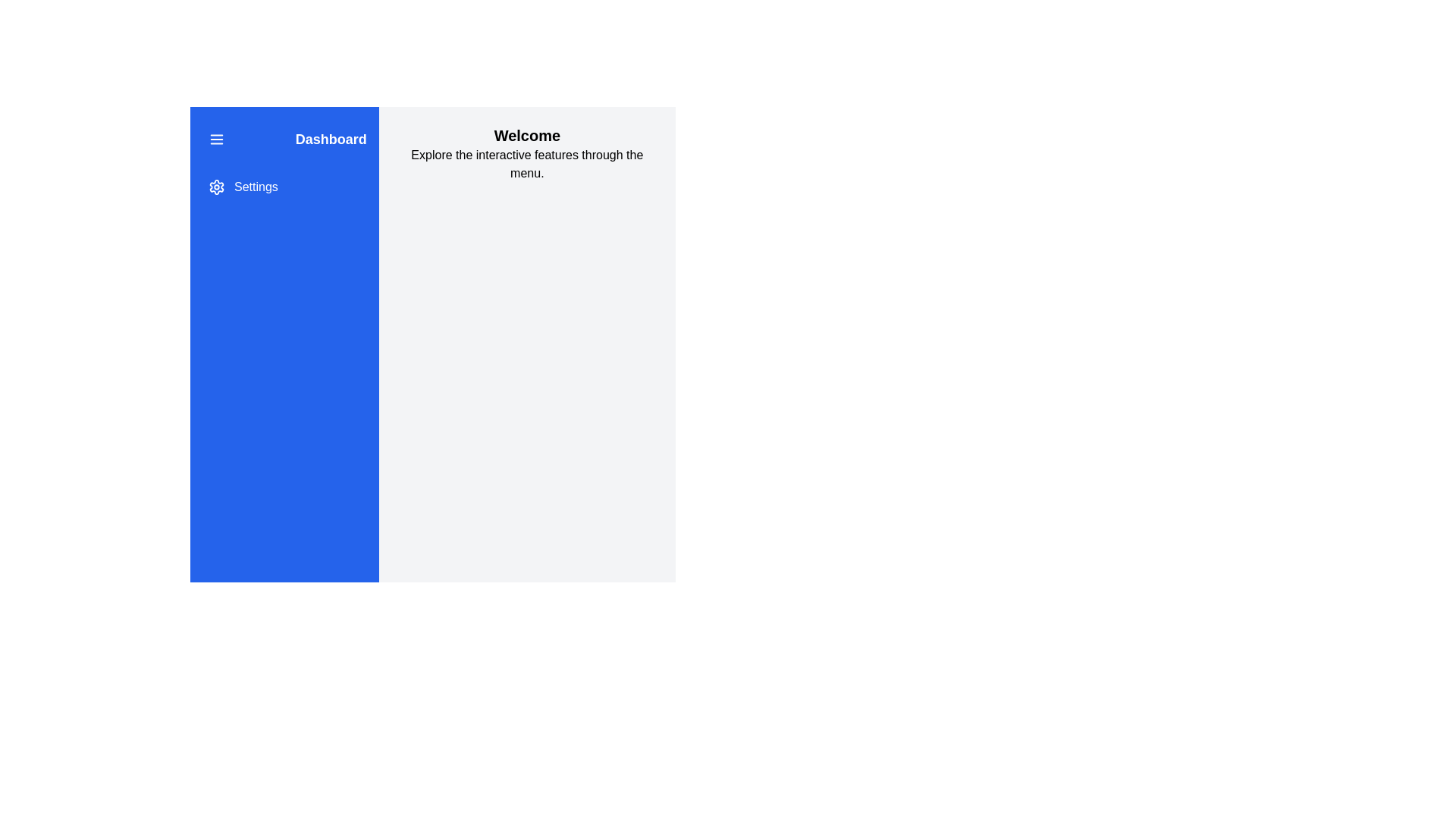 Image resolution: width=1456 pixels, height=819 pixels. What do you see at coordinates (284, 140) in the screenshot?
I see `the Text Display Element located in the upper section of the sidebar menu, to the right of the hamburger menu icon, for accessibility purposes` at bounding box center [284, 140].